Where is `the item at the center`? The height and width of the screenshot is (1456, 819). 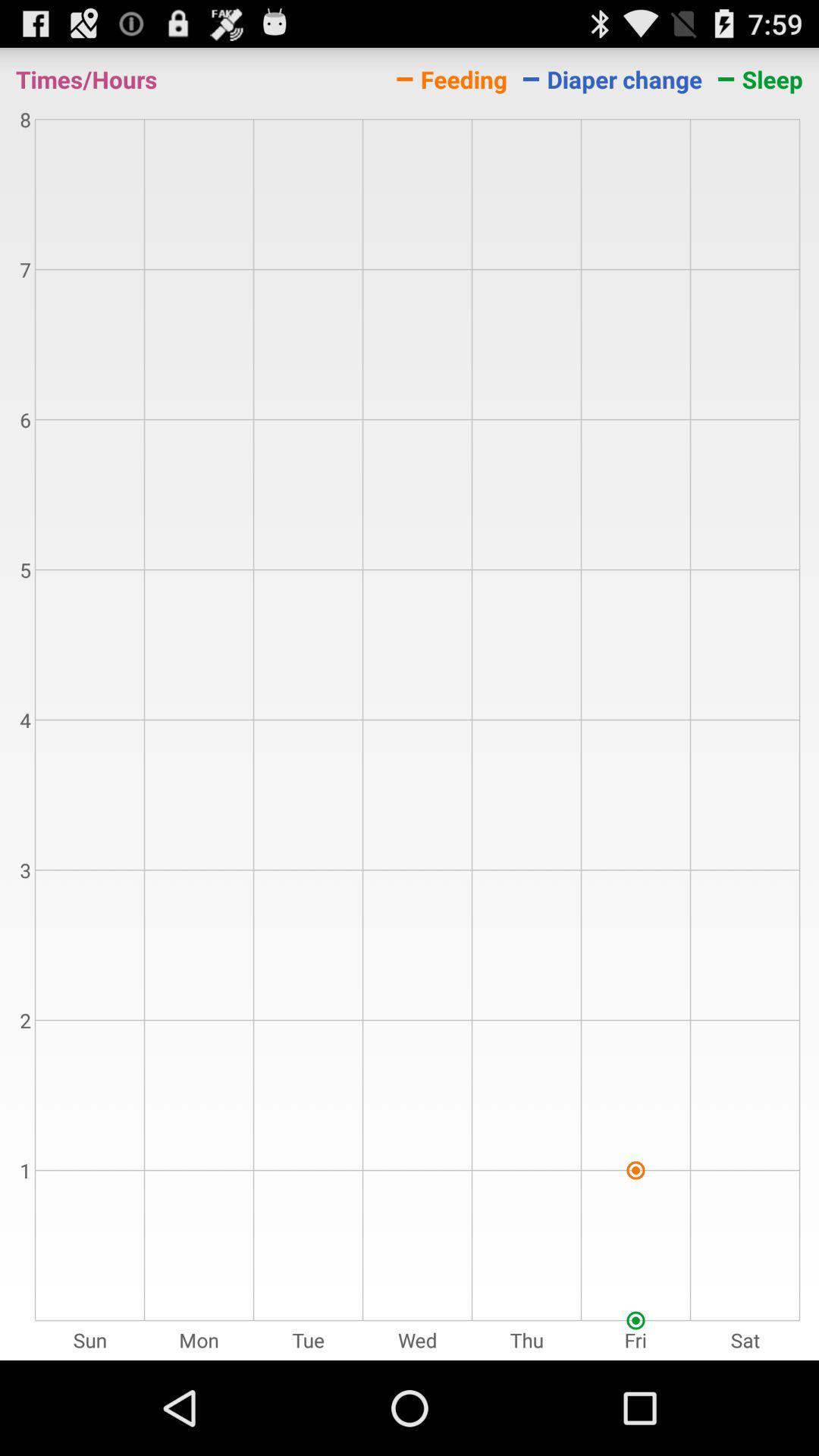 the item at the center is located at coordinates (409, 736).